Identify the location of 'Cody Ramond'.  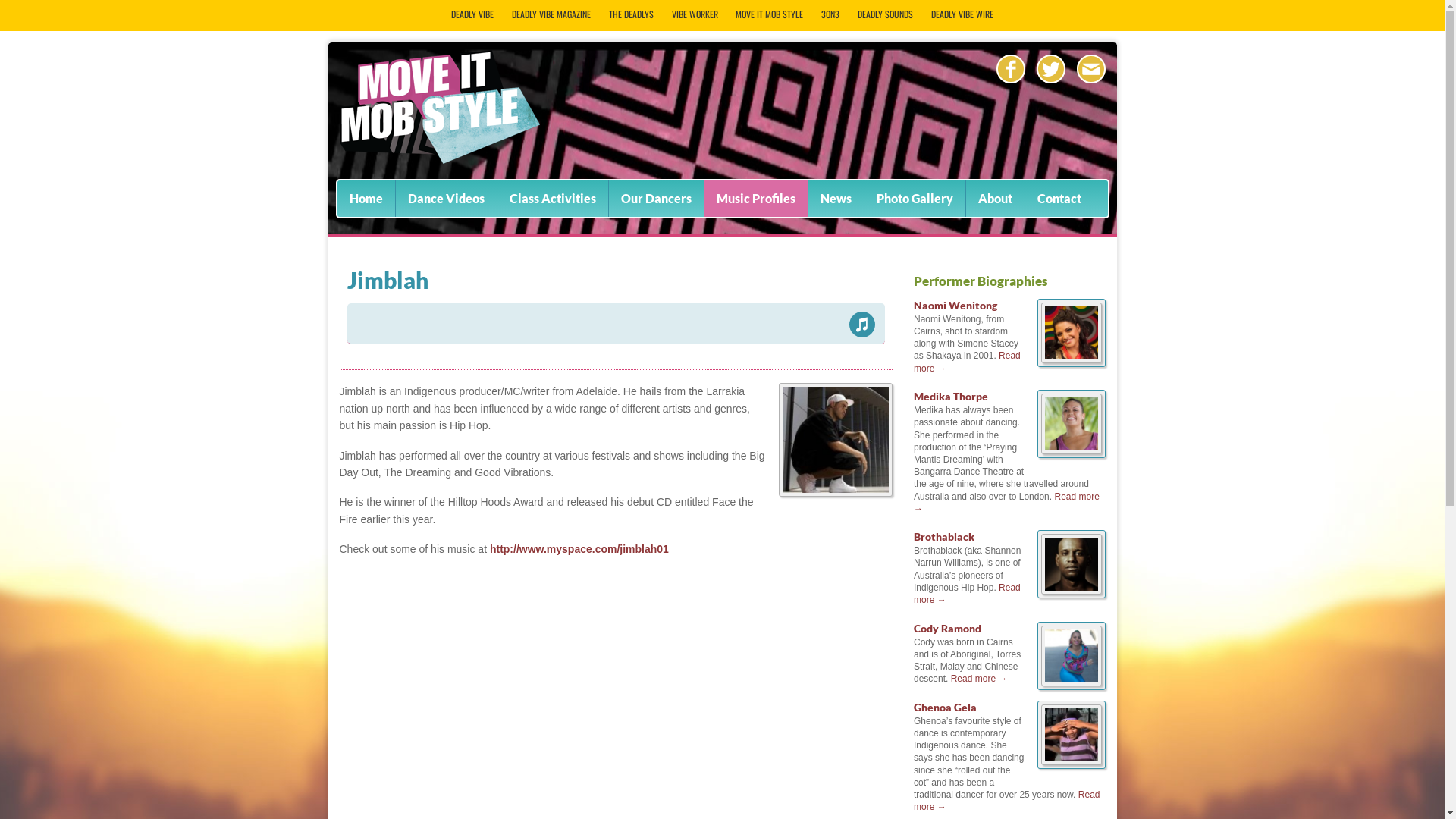
(946, 628).